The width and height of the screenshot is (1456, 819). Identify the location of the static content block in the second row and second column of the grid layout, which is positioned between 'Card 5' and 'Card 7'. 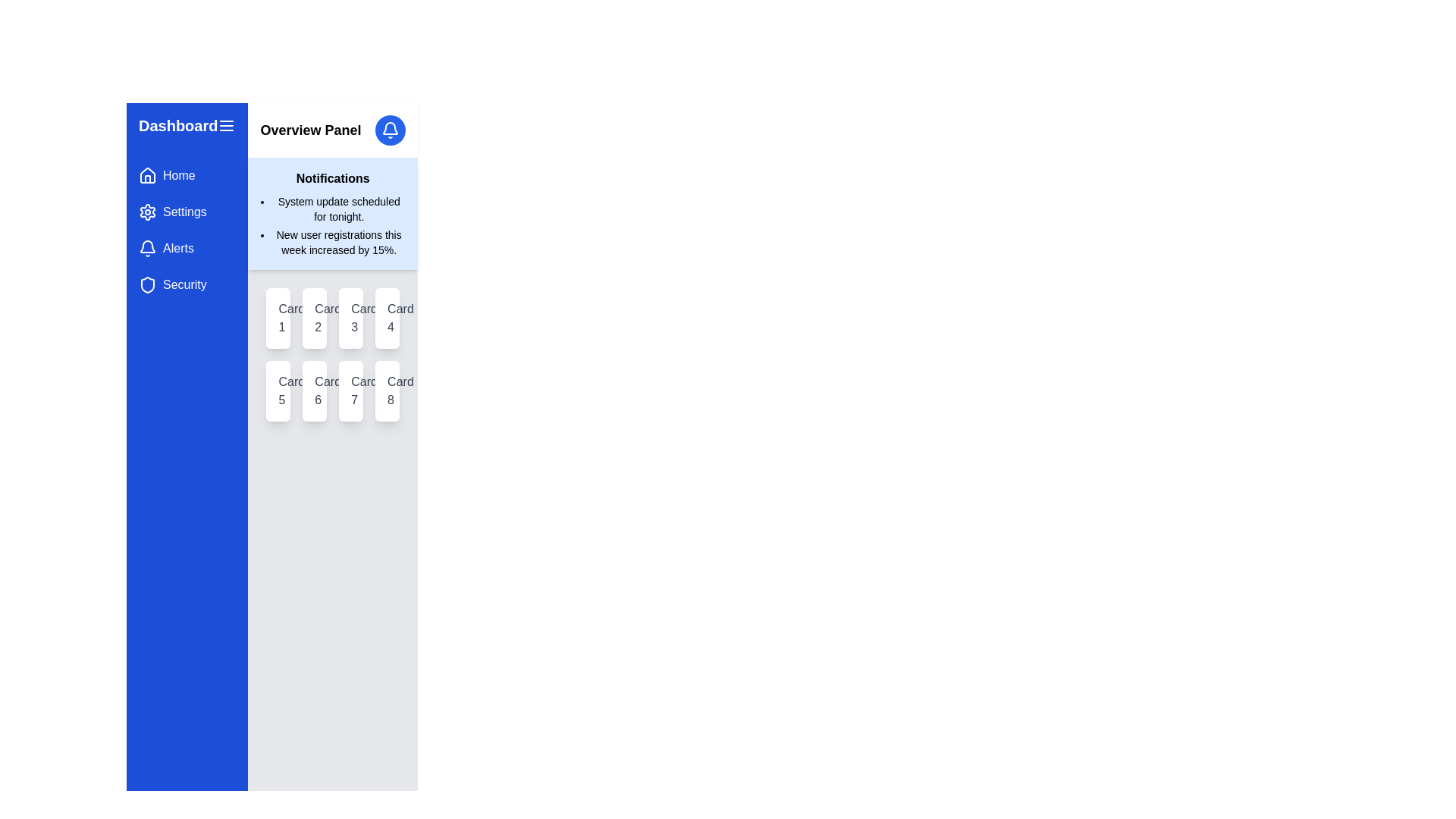
(314, 391).